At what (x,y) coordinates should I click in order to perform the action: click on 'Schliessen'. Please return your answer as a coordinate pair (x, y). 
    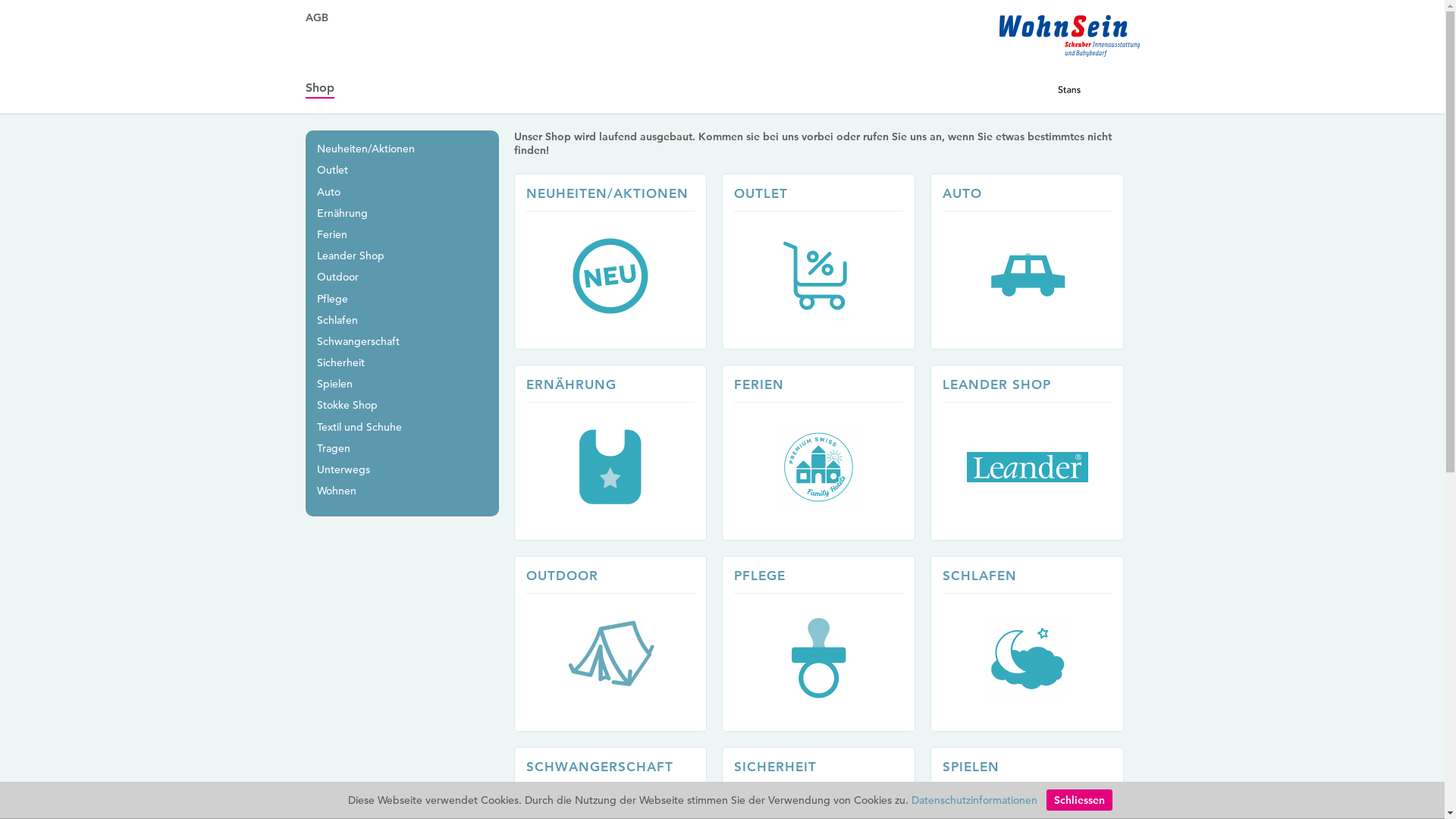
    Looking at the image, I should click on (1078, 799).